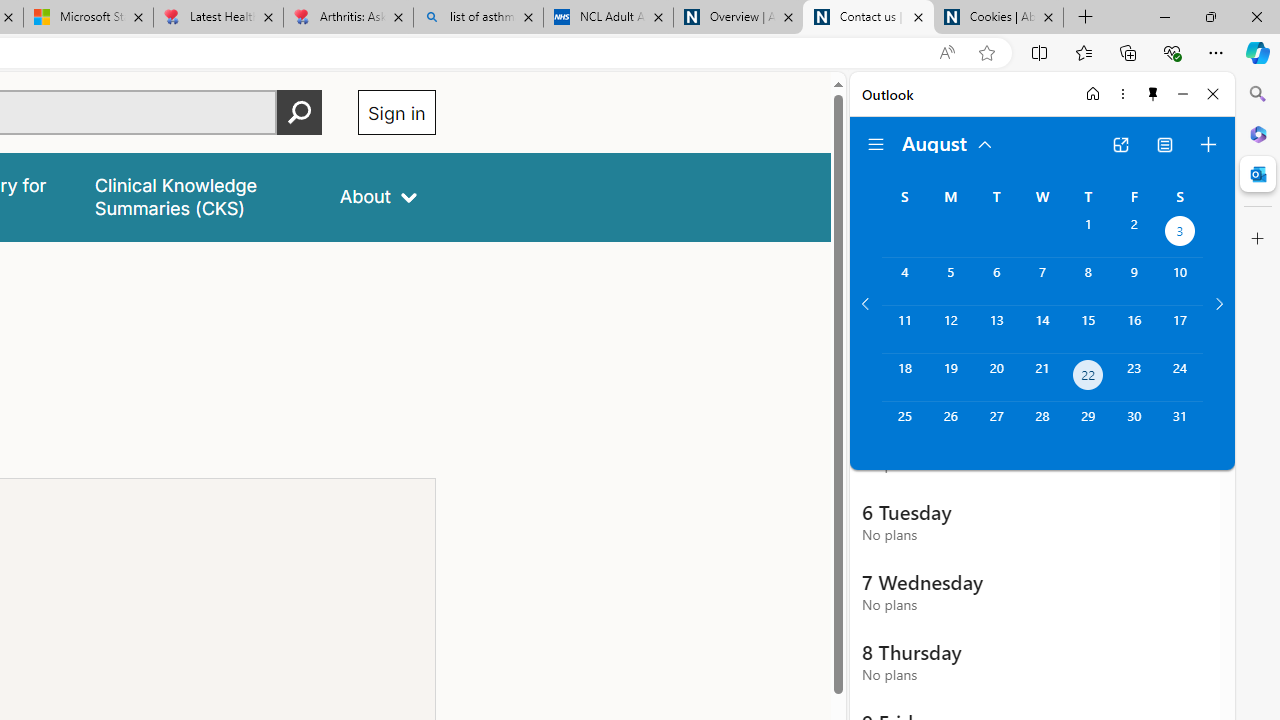 This screenshot has width=1280, height=720. Describe the element at coordinates (1087, 281) in the screenshot. I see `'Thursday, August 8, 2024. '` at that location.